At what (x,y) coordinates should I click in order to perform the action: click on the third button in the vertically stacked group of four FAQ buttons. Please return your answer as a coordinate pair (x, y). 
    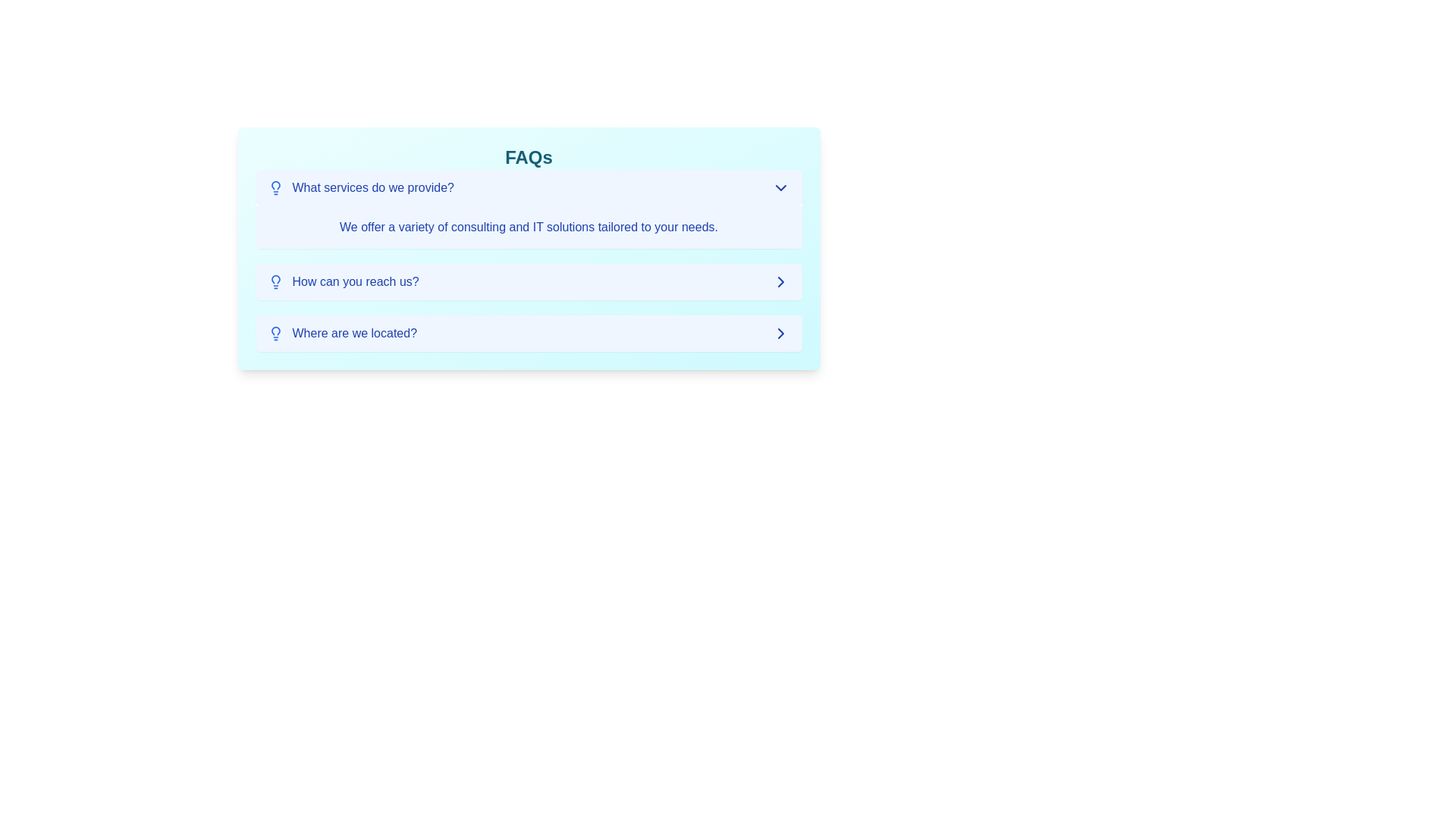
    Looking at the image, I should click on (529, 332).